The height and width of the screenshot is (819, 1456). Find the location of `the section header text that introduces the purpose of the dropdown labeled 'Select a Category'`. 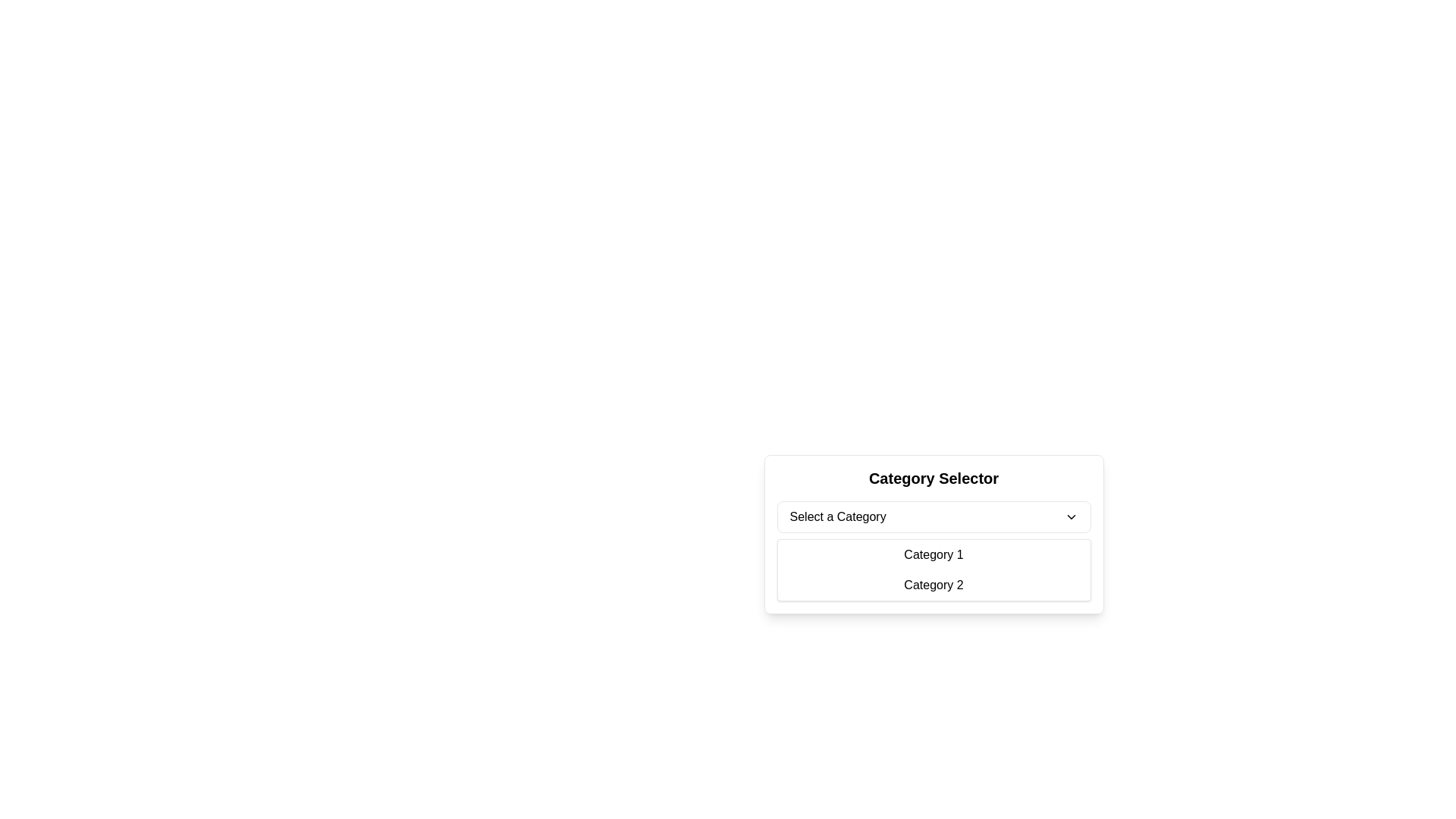

the section header text that introduces the purpose of the dropdown labeled 'Select a Category' is located at coordinates (933, 479).